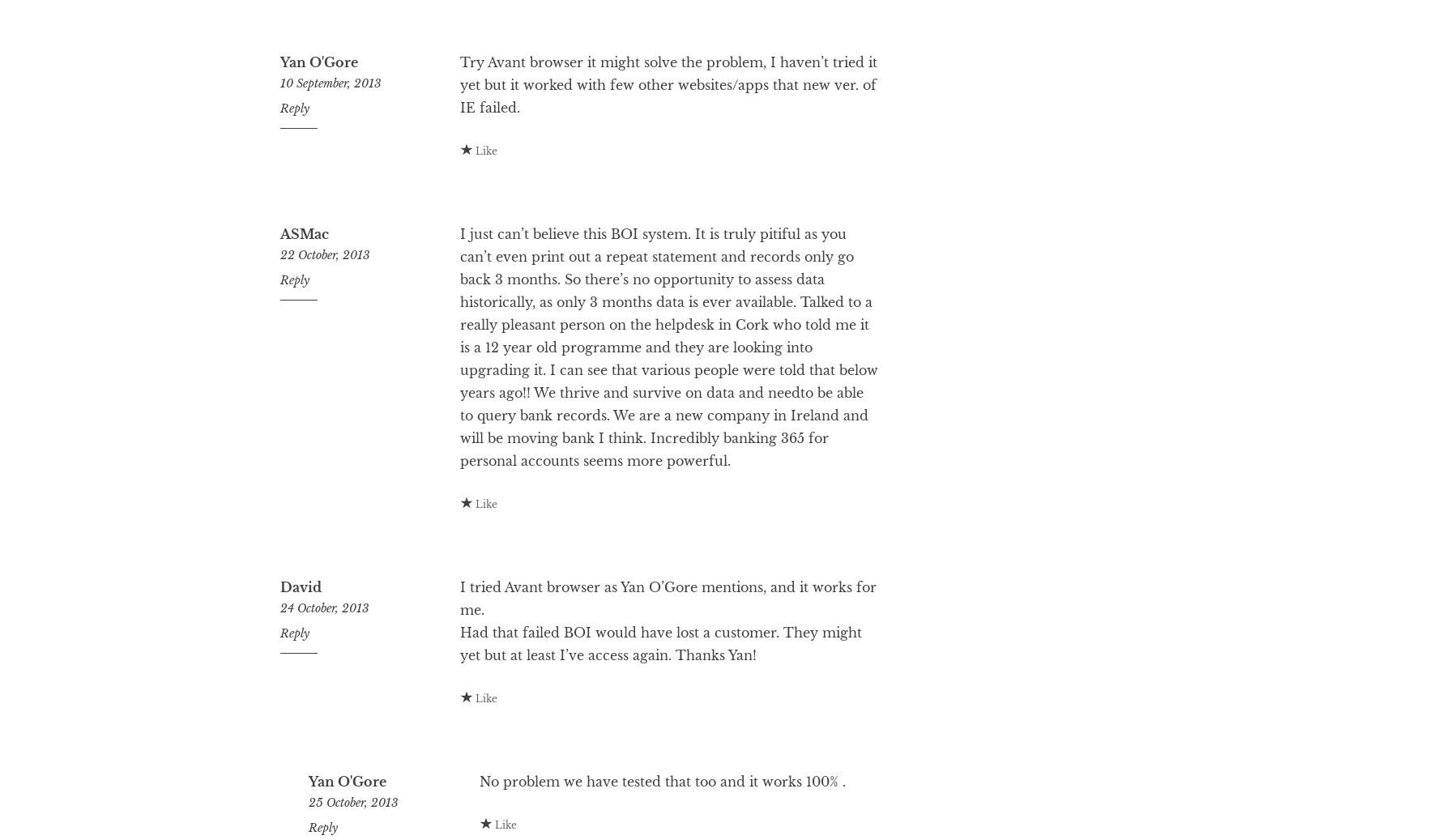  Describe the element at coordinates (324, 318) in the screenshot. I see `'22 October, 2013'` at that location.